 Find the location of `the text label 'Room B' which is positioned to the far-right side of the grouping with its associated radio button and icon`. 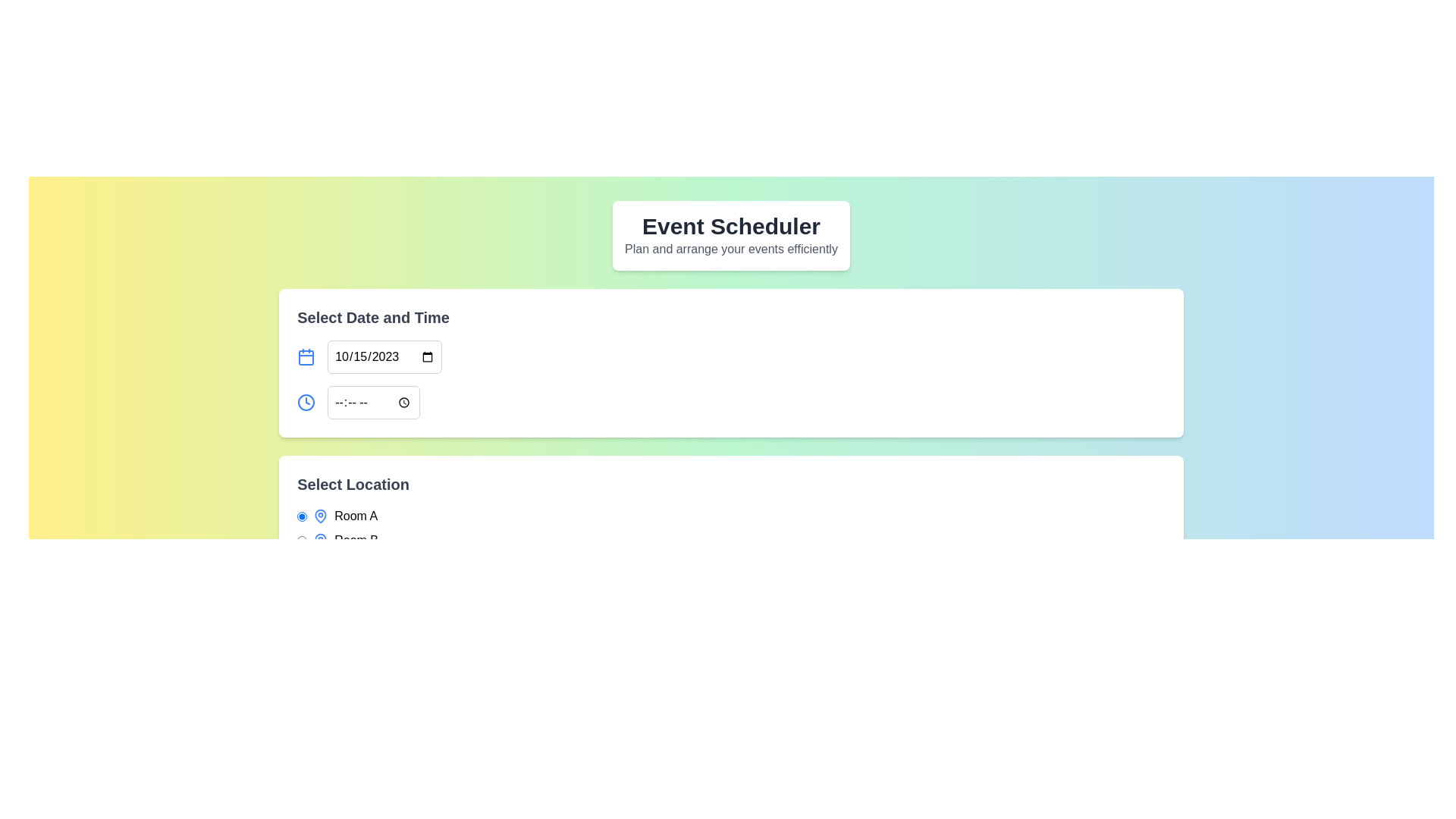

the text label 'Room B' which is positioned to the far-right side of the grouping with its associated radio button and icon is located at coordinates (356, 540).